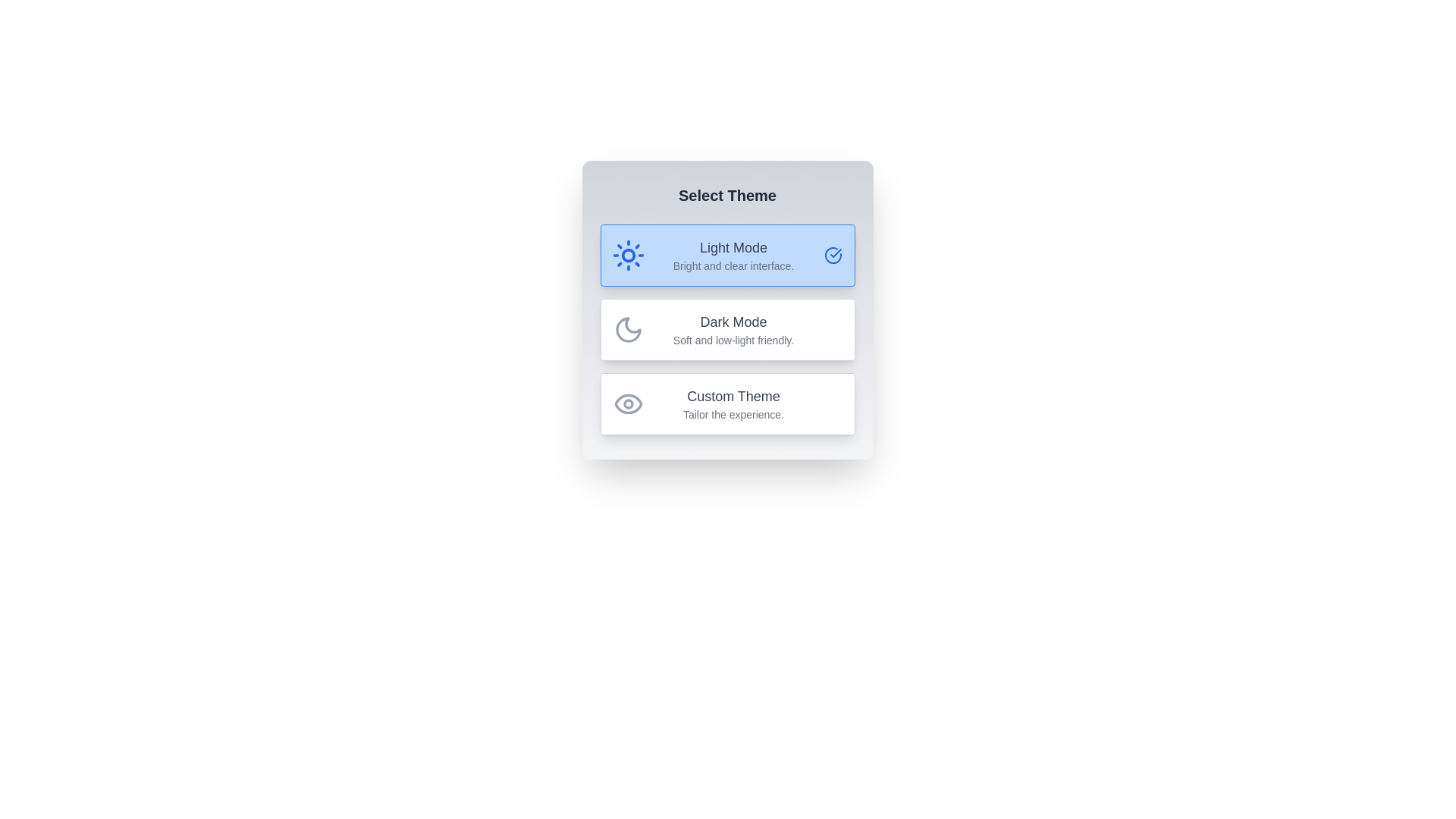  Describe the element at coordinates (733, 265) in the screenshot. I see `the text label that reads 'Bright and clear interface.' located below the 'Light Mode' text in the light blue section` at that location.